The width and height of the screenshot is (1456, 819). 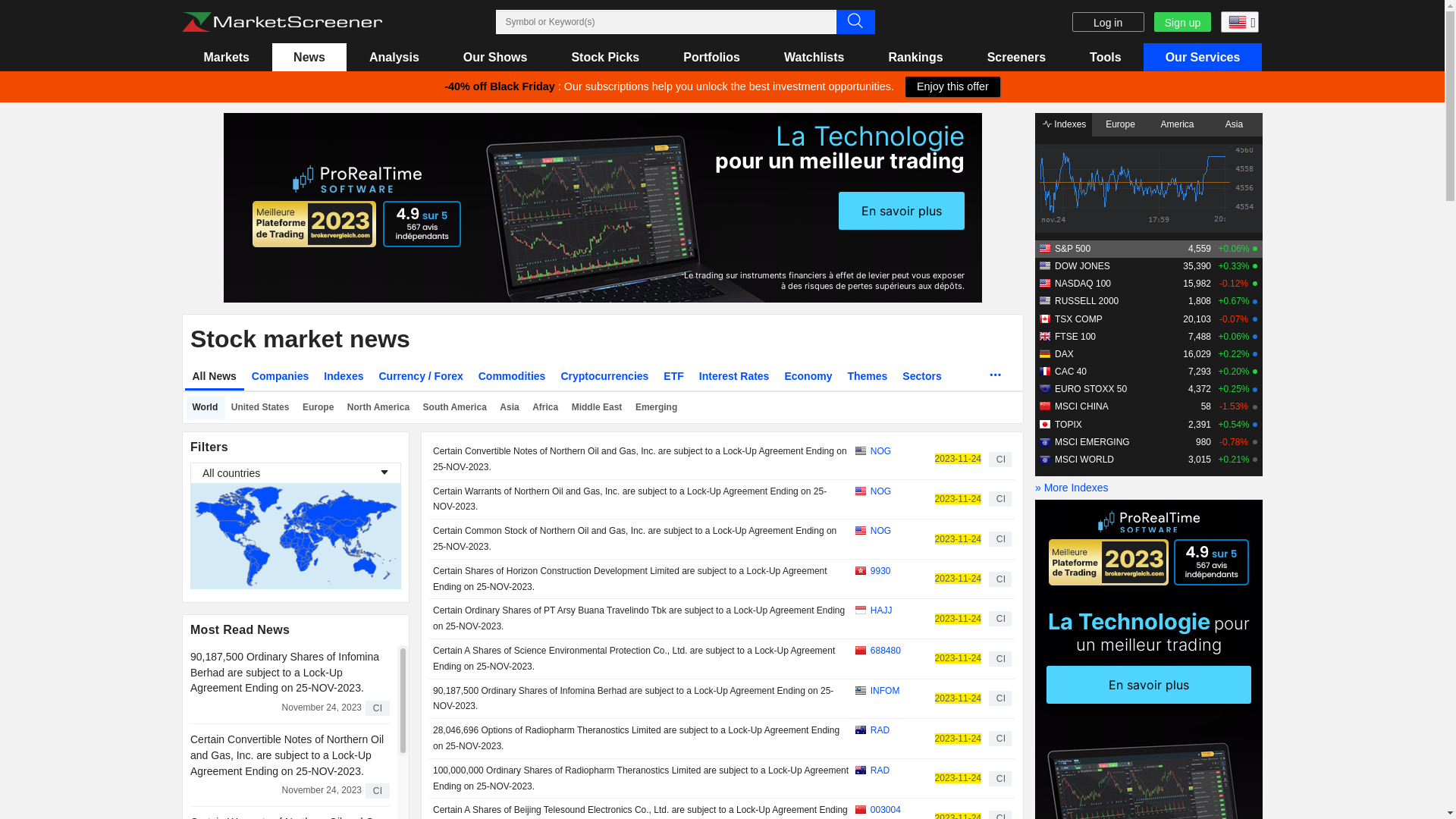 What do you see at coordinates (734, 375) in the screenshot?
I see `'Interest Rates'` at bounding box center [734, 375].